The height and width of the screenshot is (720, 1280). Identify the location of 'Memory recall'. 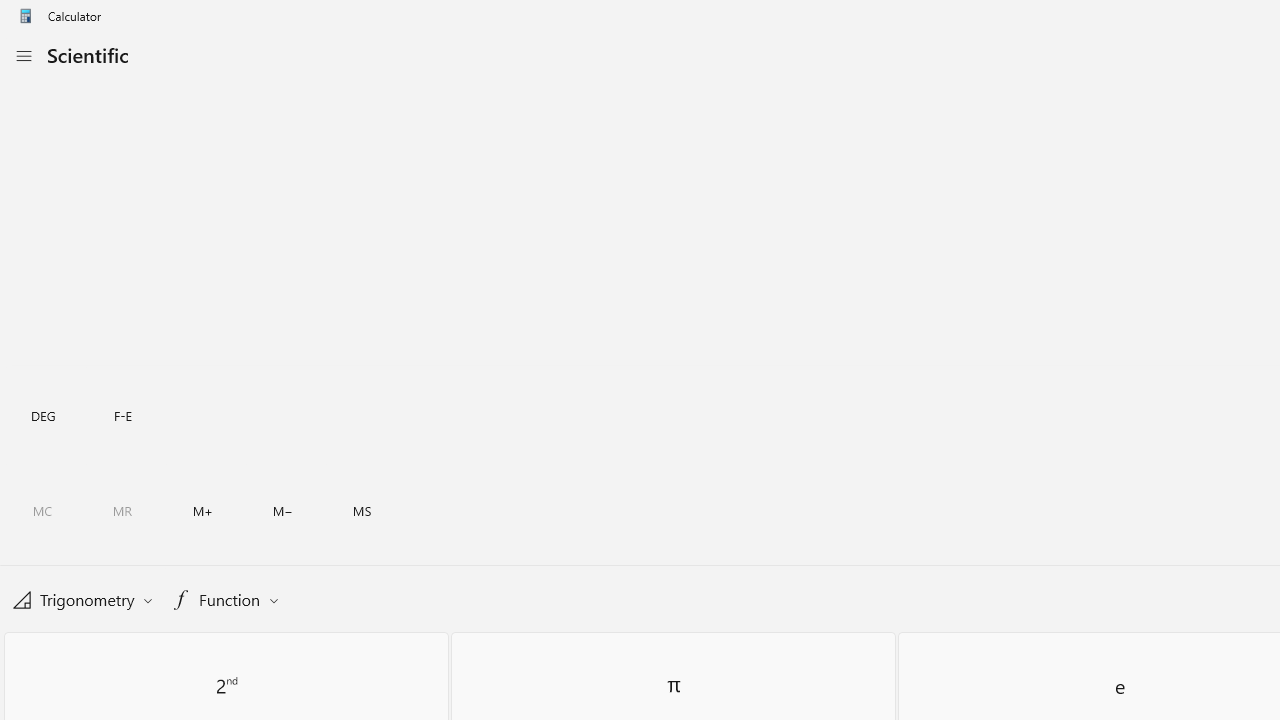
(122, 510).